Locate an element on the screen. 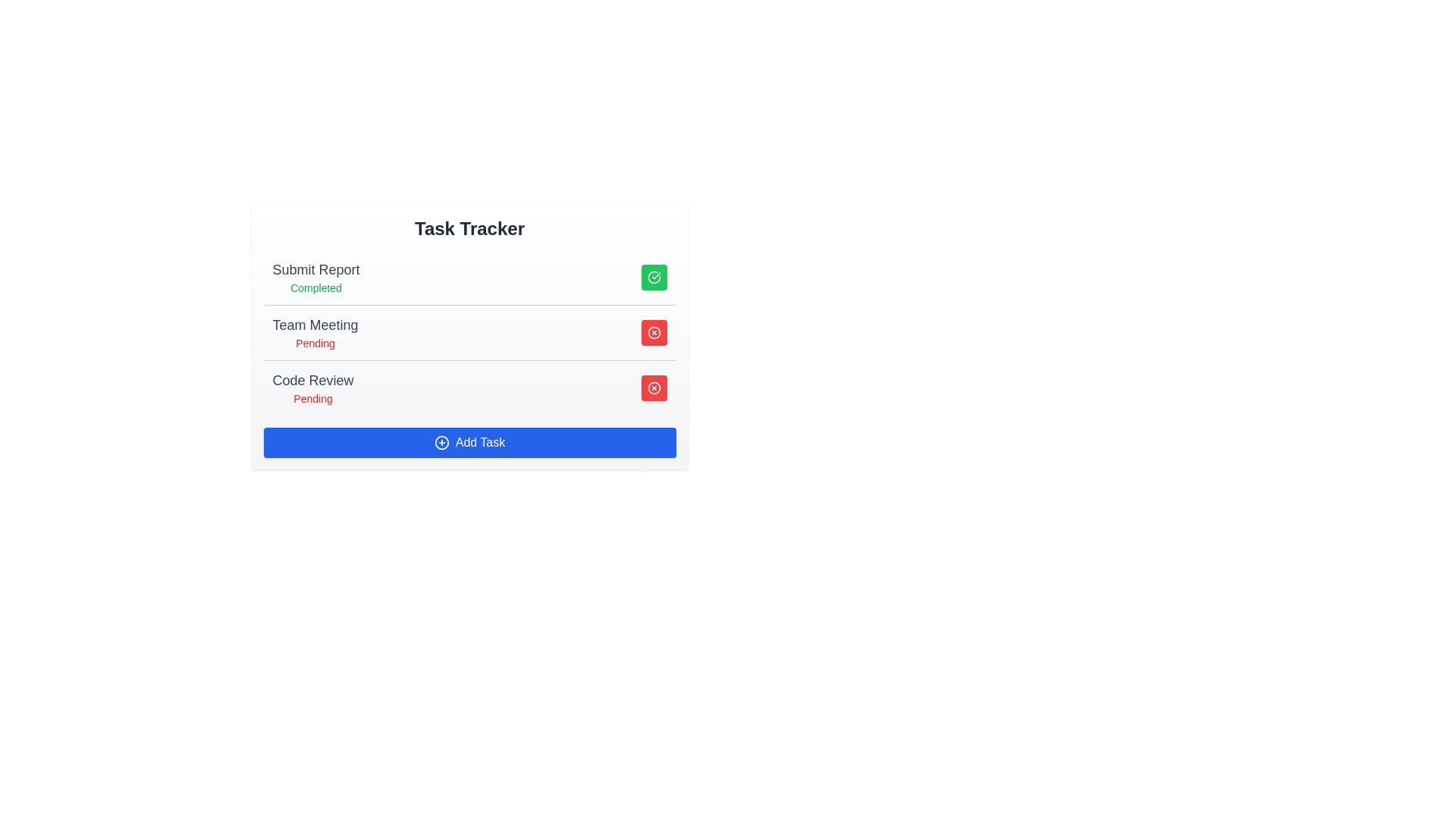 The width and height of the screenshot is (1456, 819). the 'Submit Report' text label by tabbing to it is located at coordinates (315, 268).